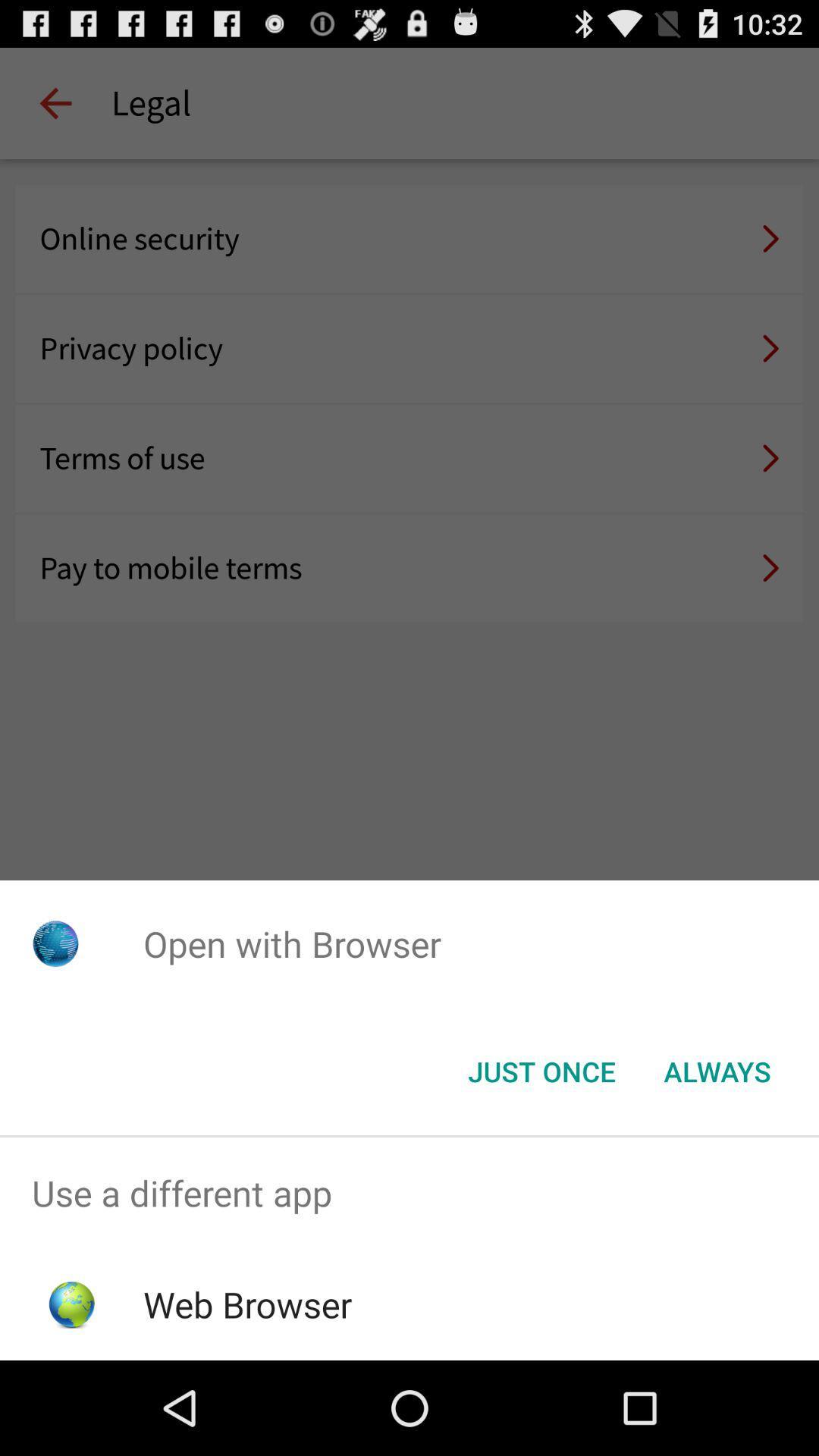  Describe the element at coordinates (541, 1070) in the screenshot. I see `item below open with browser` at that location.